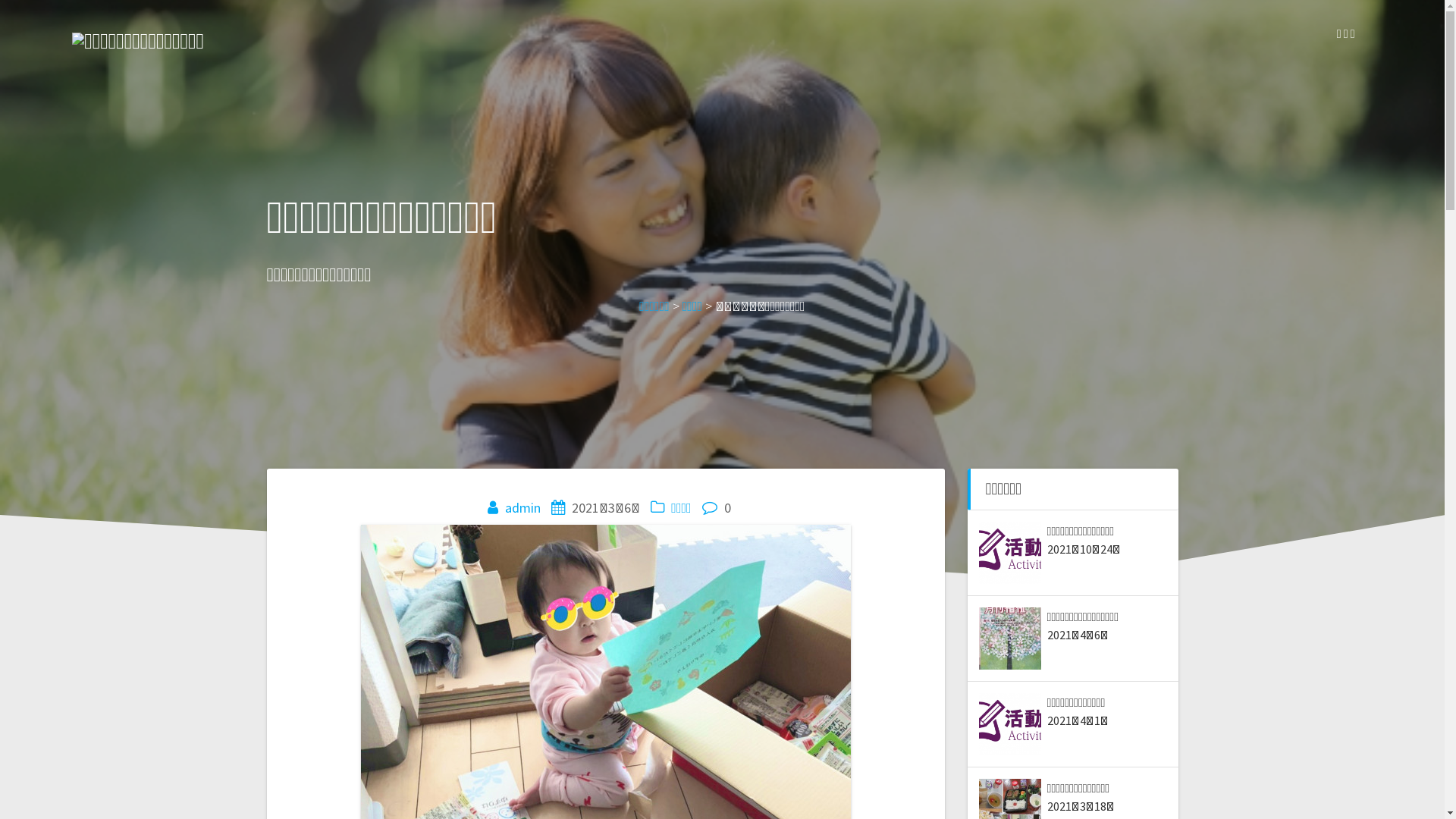 The width and height of the screenshot is (1456, 819). I want to click on 'admin', so click(522, 507).